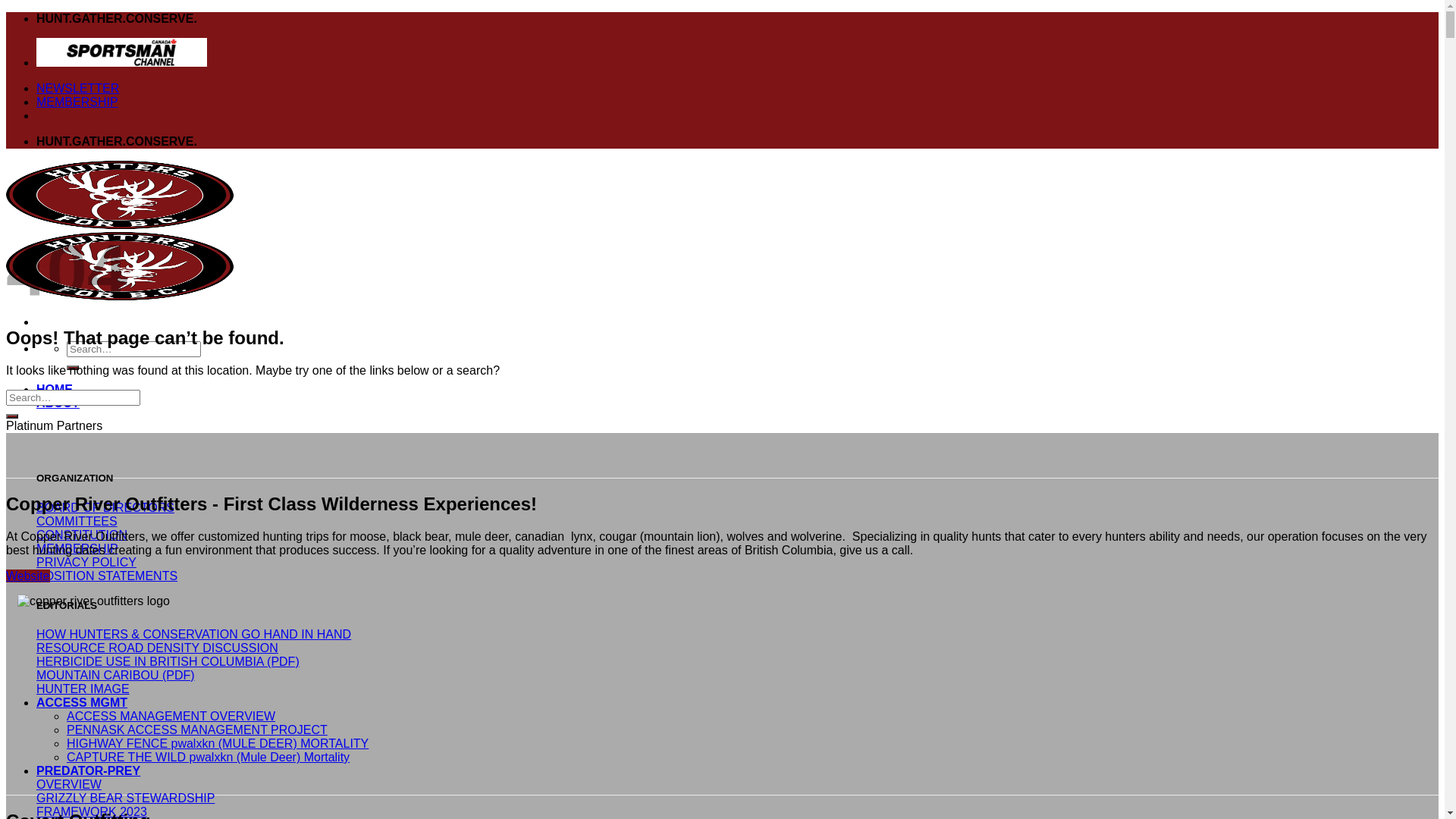 The image size is (1456, 819). Describe the element at coordinates (80, 534) in the screenshot. I see `'CONSTITUTION'` at that location.